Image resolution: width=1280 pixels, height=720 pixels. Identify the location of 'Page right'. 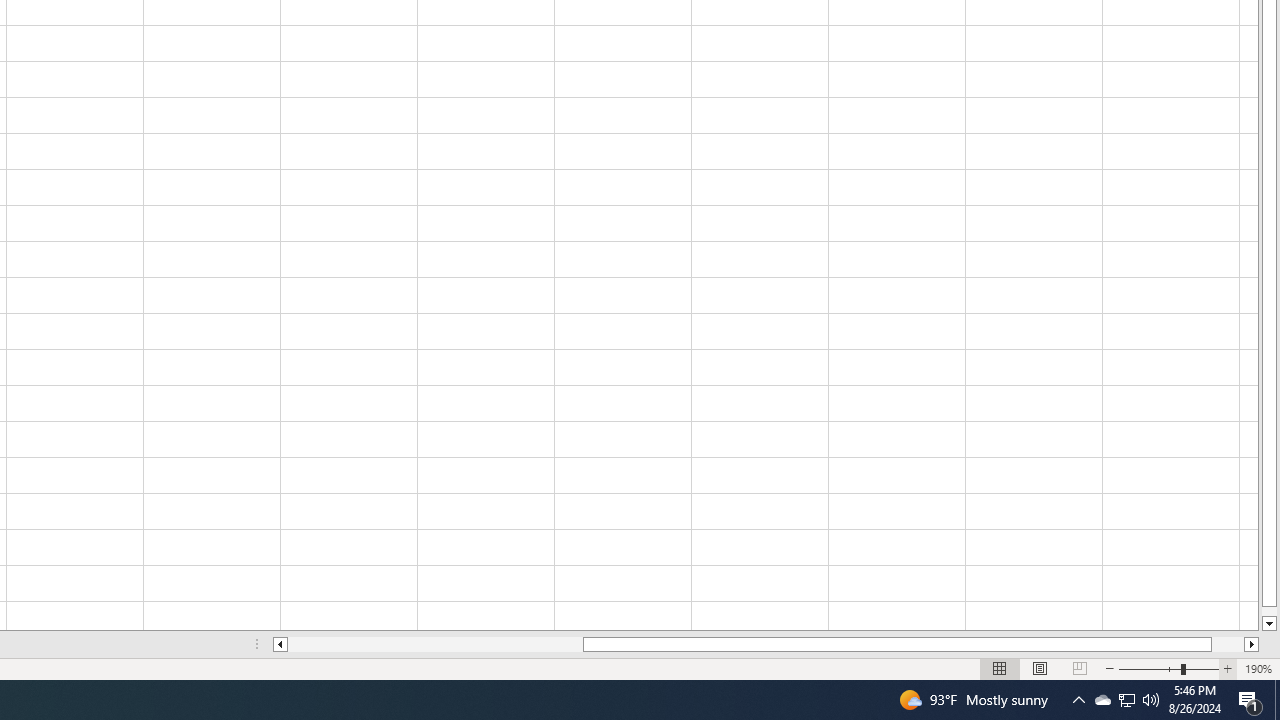
(1227, 644).